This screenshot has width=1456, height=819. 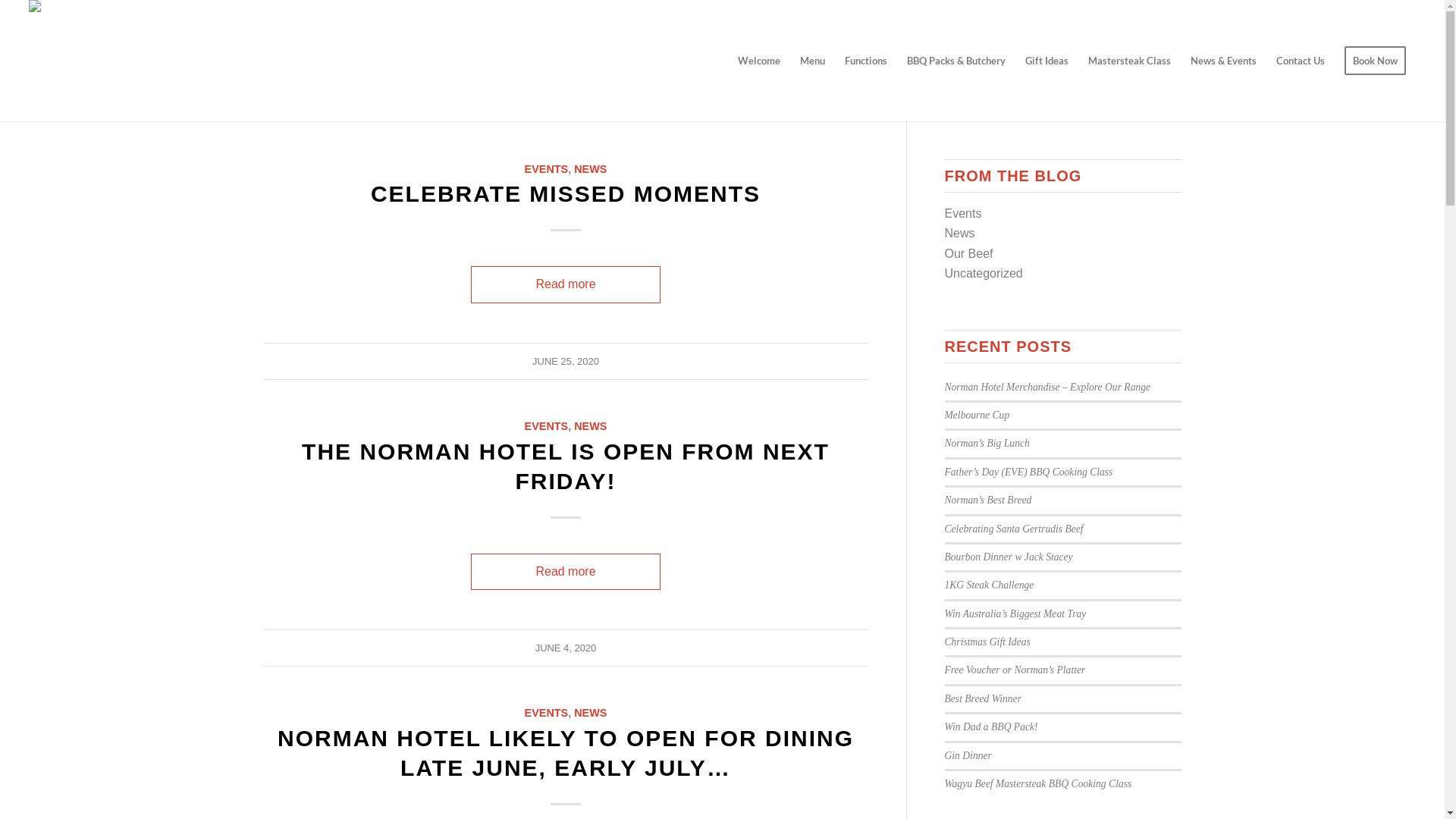 I want to click on 'EVENTS', so click(x=546, y=169).